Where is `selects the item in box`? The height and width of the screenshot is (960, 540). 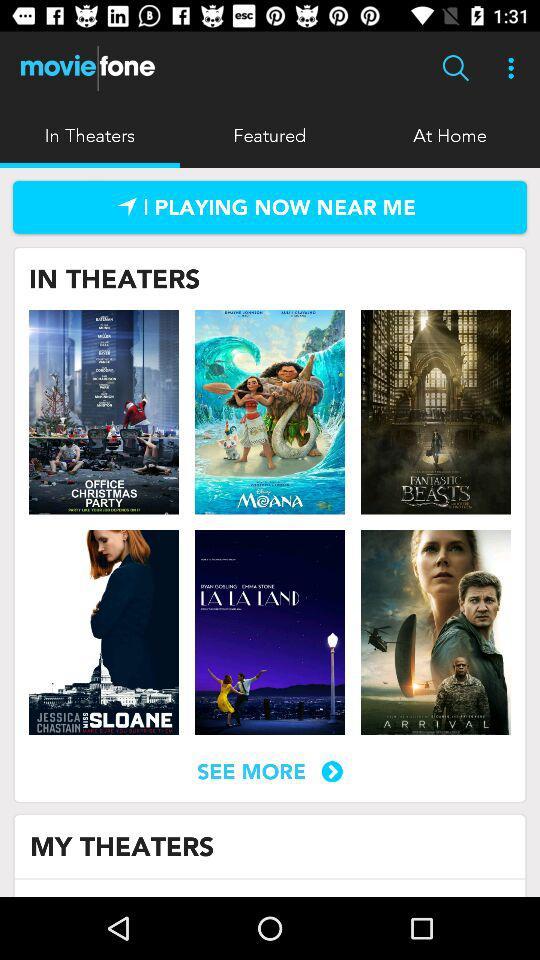
selects the item in box is located at coordinates (270, 631).